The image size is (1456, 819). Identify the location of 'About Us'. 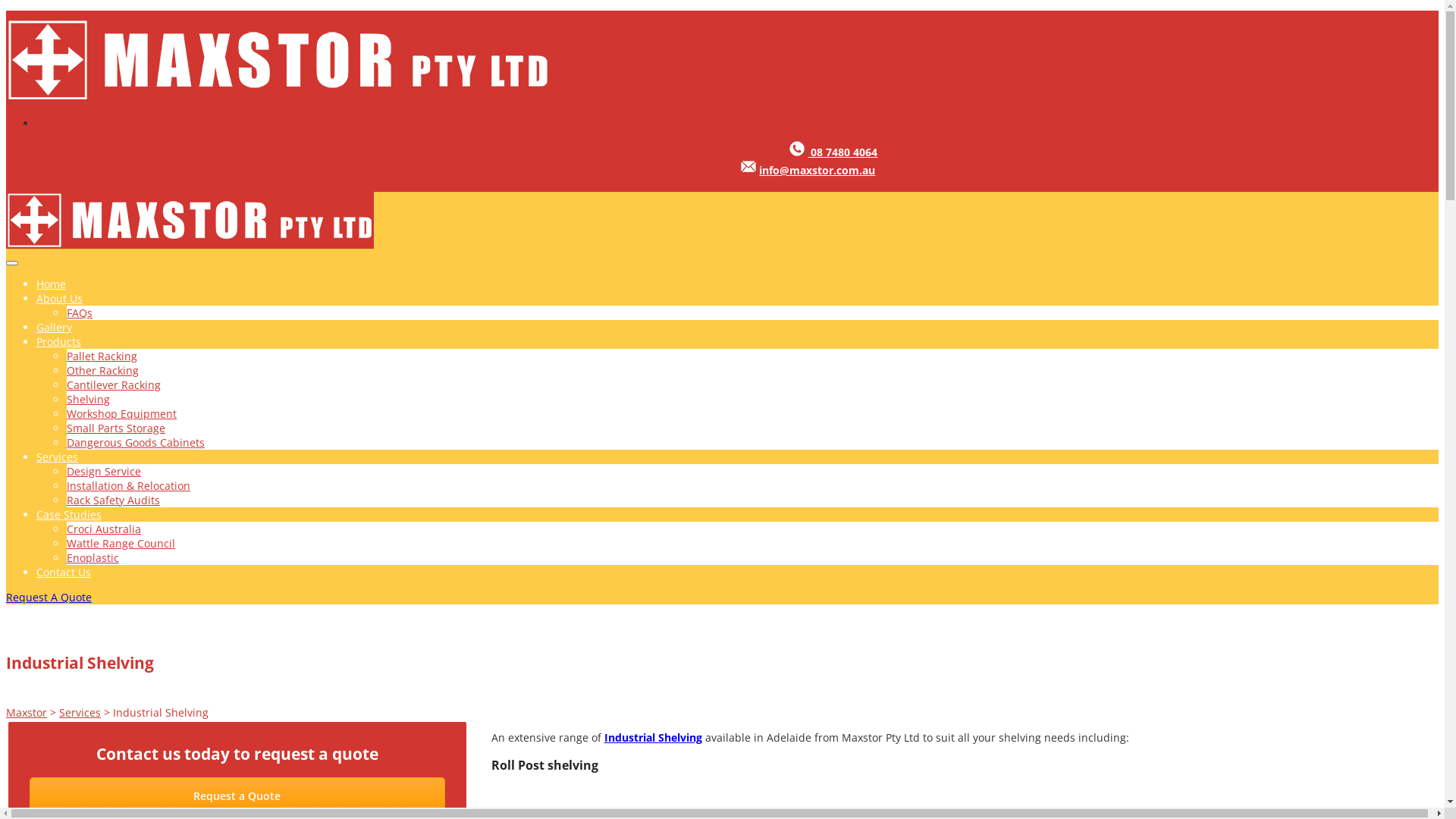
(36, 298).